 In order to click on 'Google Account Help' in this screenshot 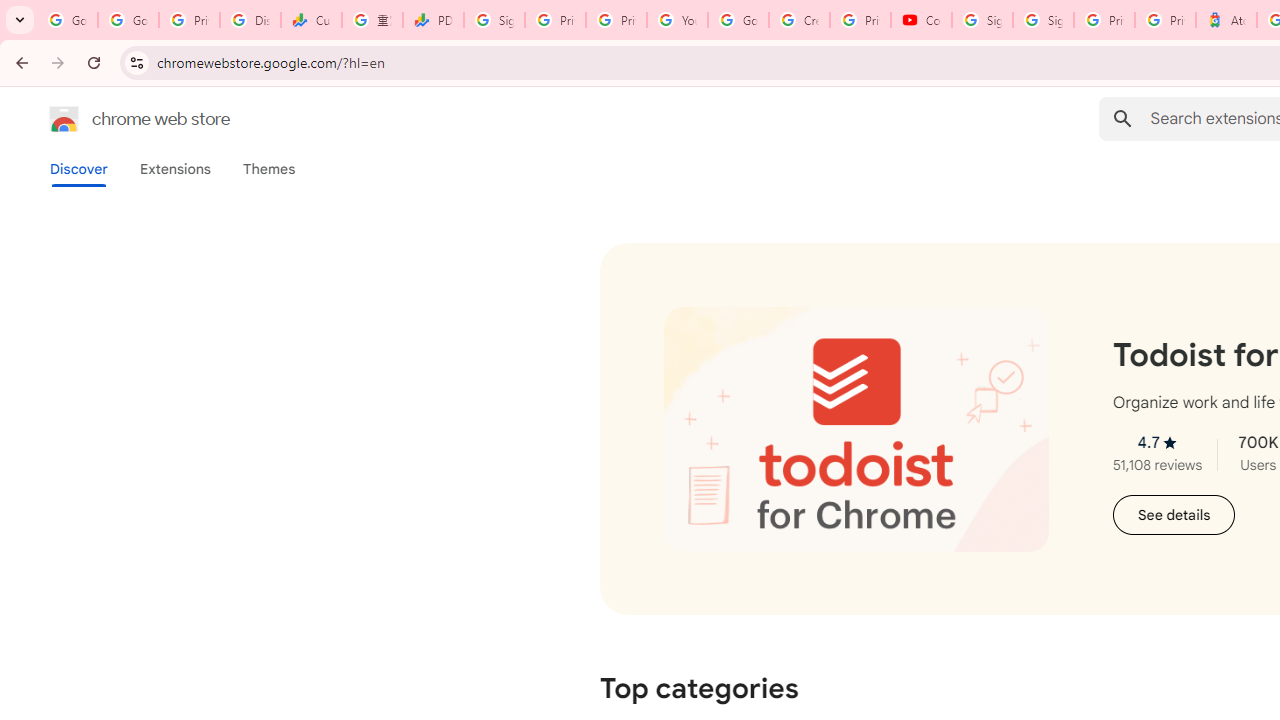, I will do `click(737, 20)`.